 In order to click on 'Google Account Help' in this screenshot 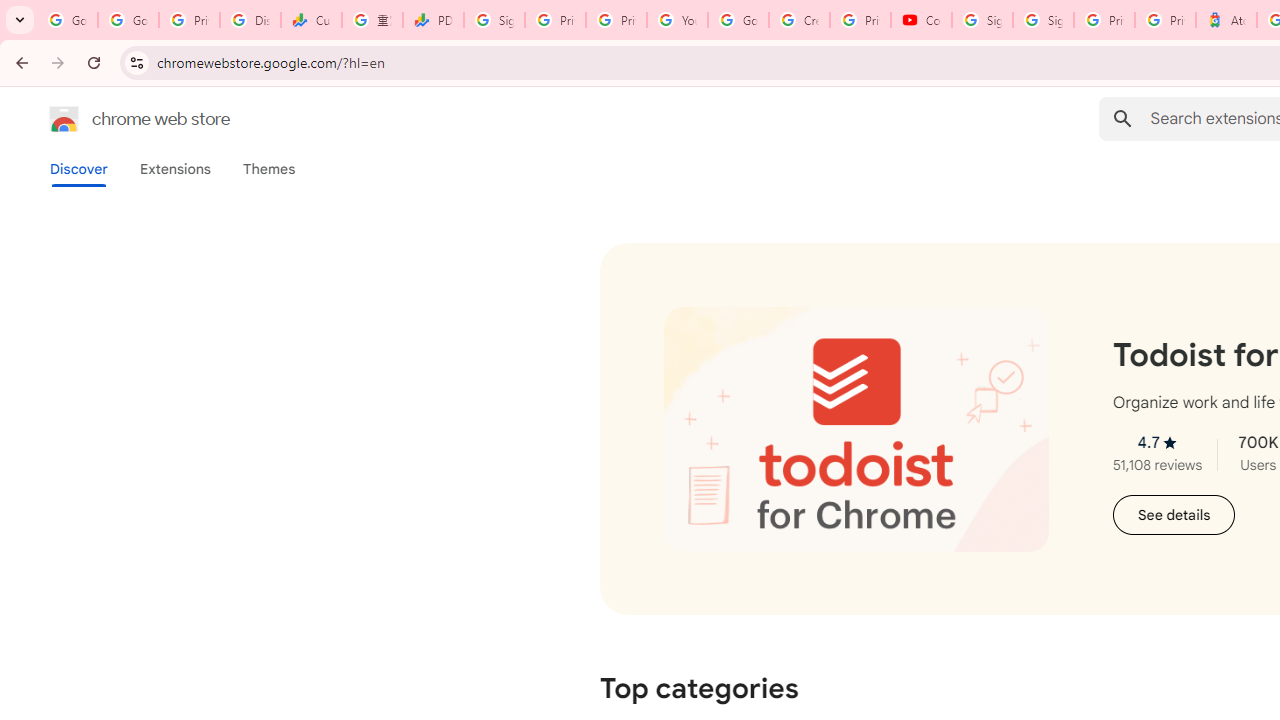, I will do `click(737, 20)`.